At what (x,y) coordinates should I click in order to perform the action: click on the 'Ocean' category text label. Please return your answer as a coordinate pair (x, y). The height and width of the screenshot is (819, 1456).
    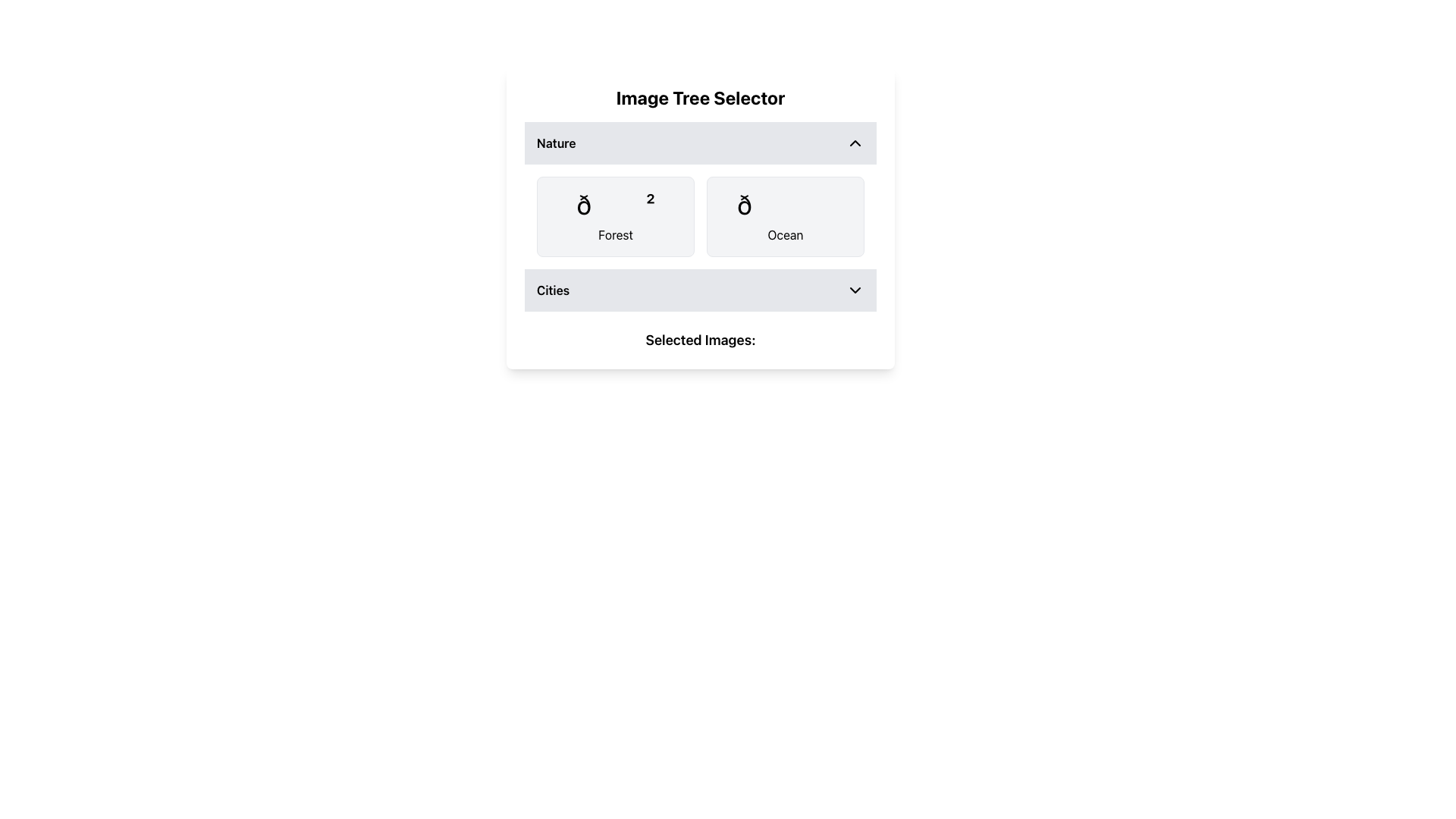
    Looking at the image, I should click on (786, 234).